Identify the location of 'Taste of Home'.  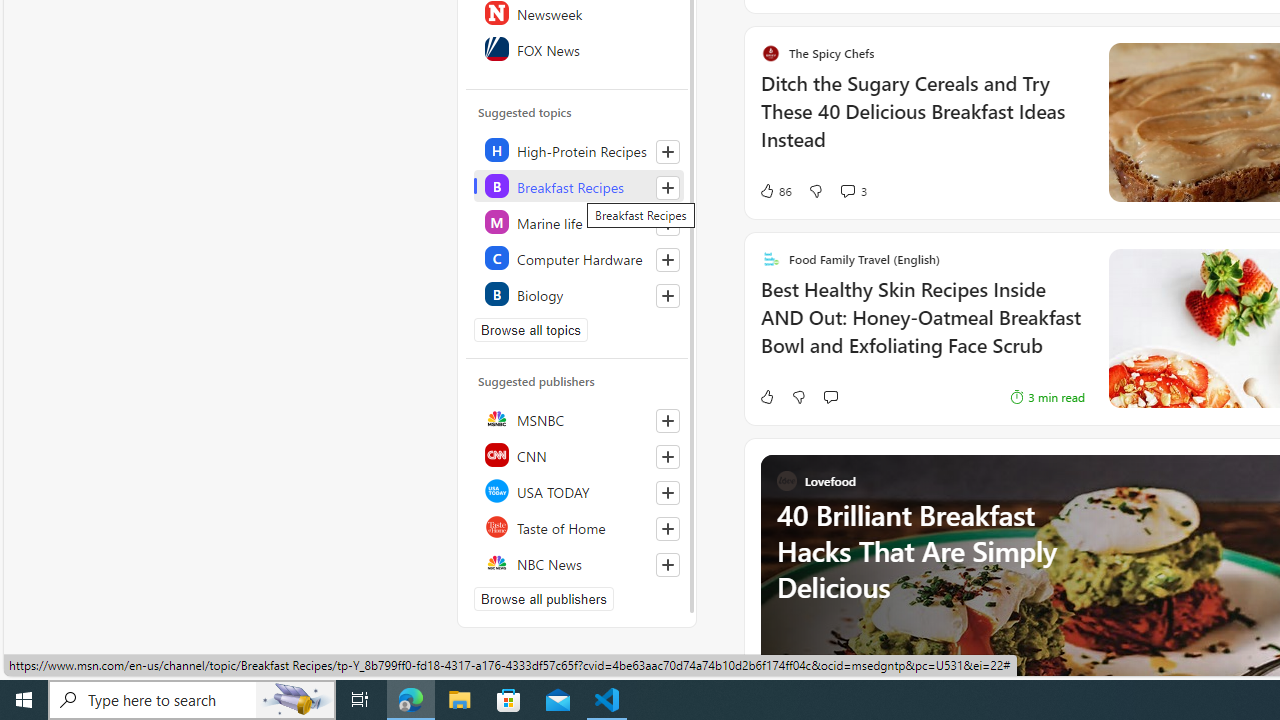
(577, 526).